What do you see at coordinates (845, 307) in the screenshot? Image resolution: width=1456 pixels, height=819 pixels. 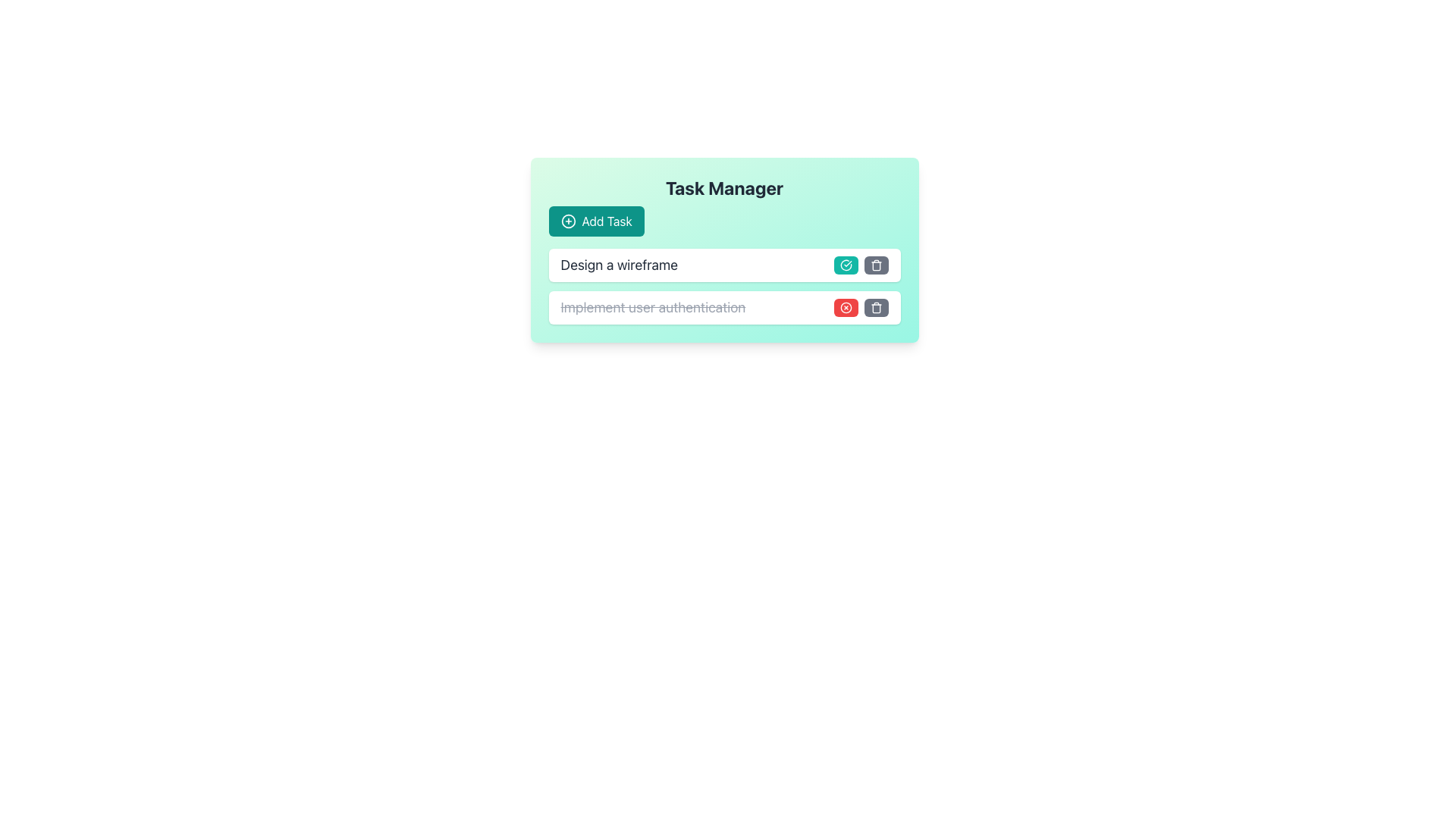 I see `the leftmost red button with a white circular icon next to the text 'Implement user authentication'` at bounding box center [845, 307].